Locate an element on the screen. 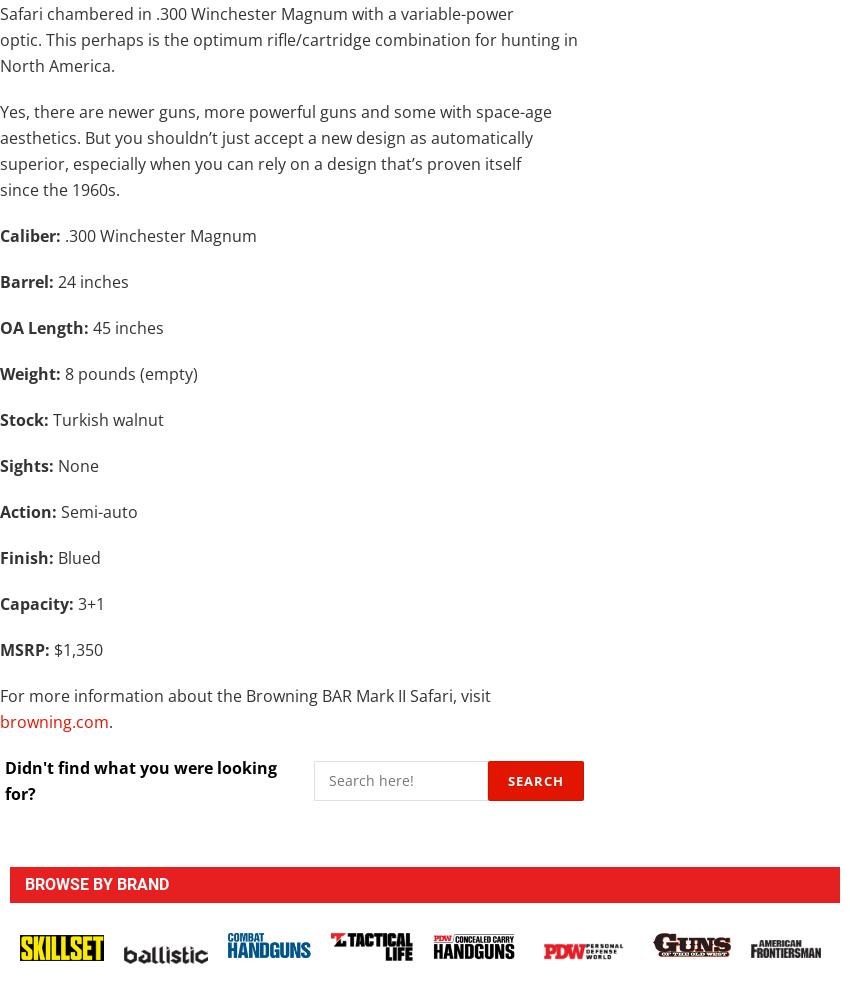 The width and height of the screenshot is (850, 981). 'Search' is located at coordinates (535, 779).